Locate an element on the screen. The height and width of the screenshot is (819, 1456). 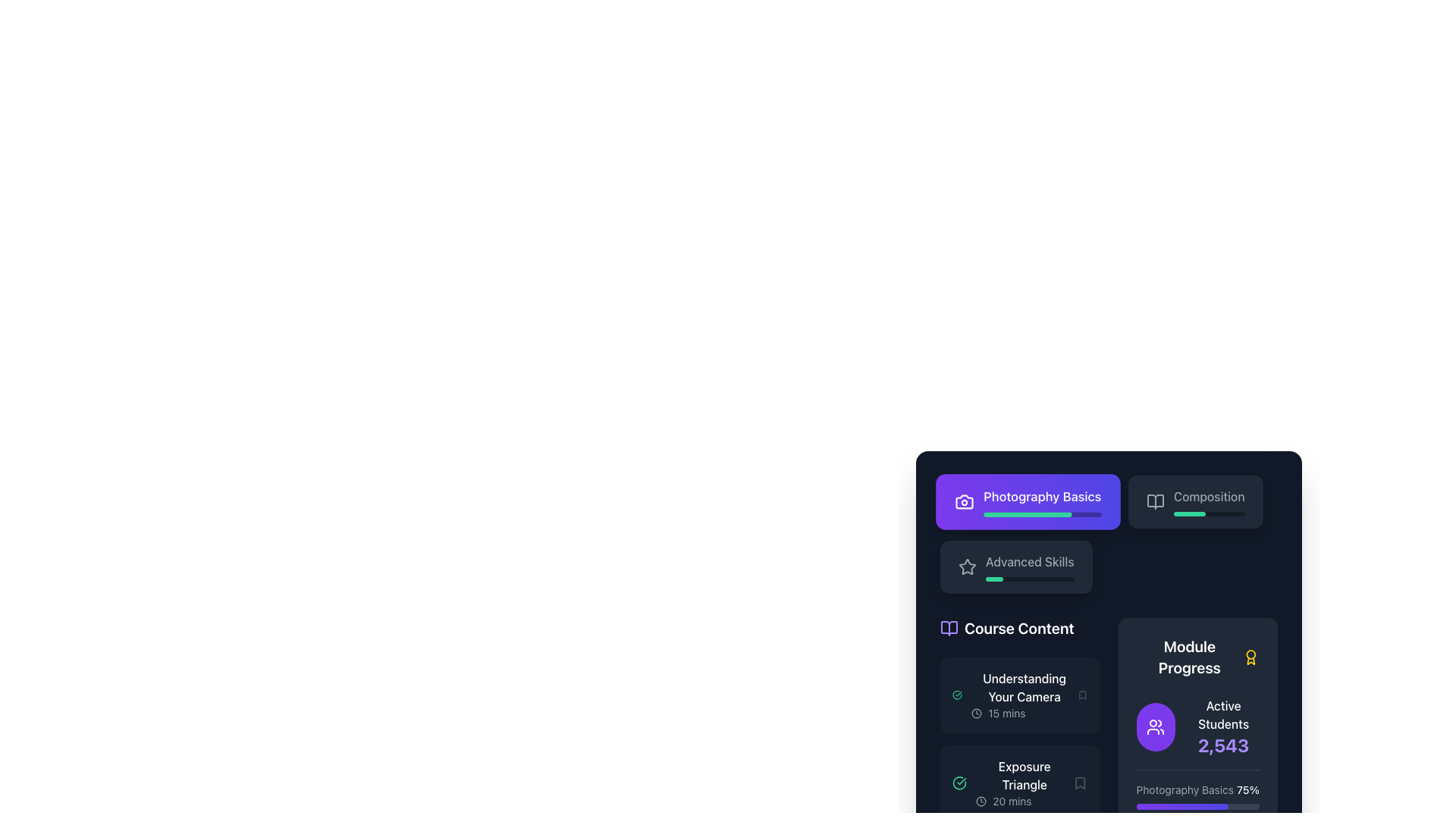
the progress representation of the horizontal progress bar with a black background and a partially filled green indicator, positioned below the 'Composition' label in the 'Photography Basics' interface is located at coordinates (1208, 513).